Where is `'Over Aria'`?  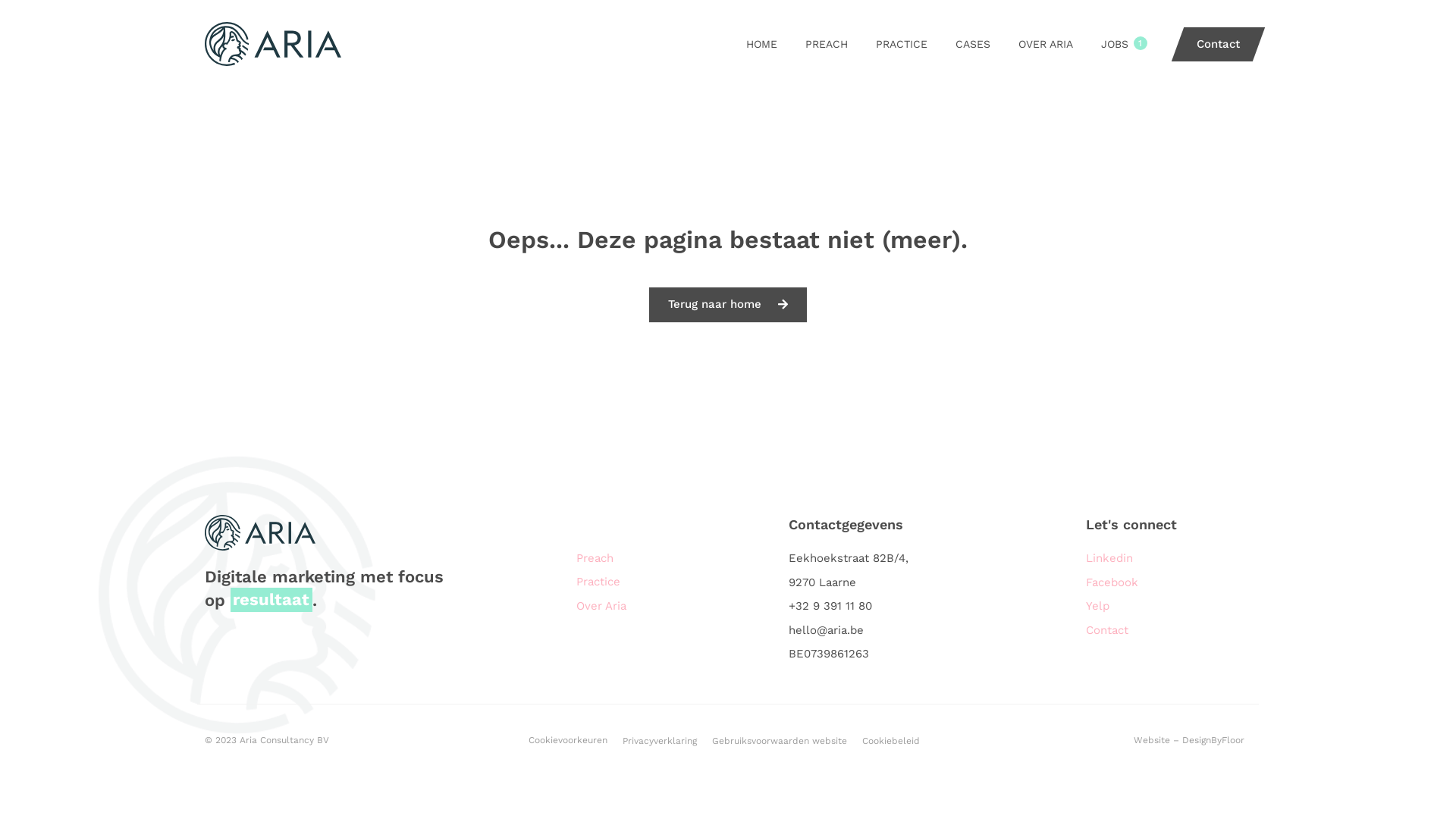
'Over Aria' is located at coordinates (673, 605).